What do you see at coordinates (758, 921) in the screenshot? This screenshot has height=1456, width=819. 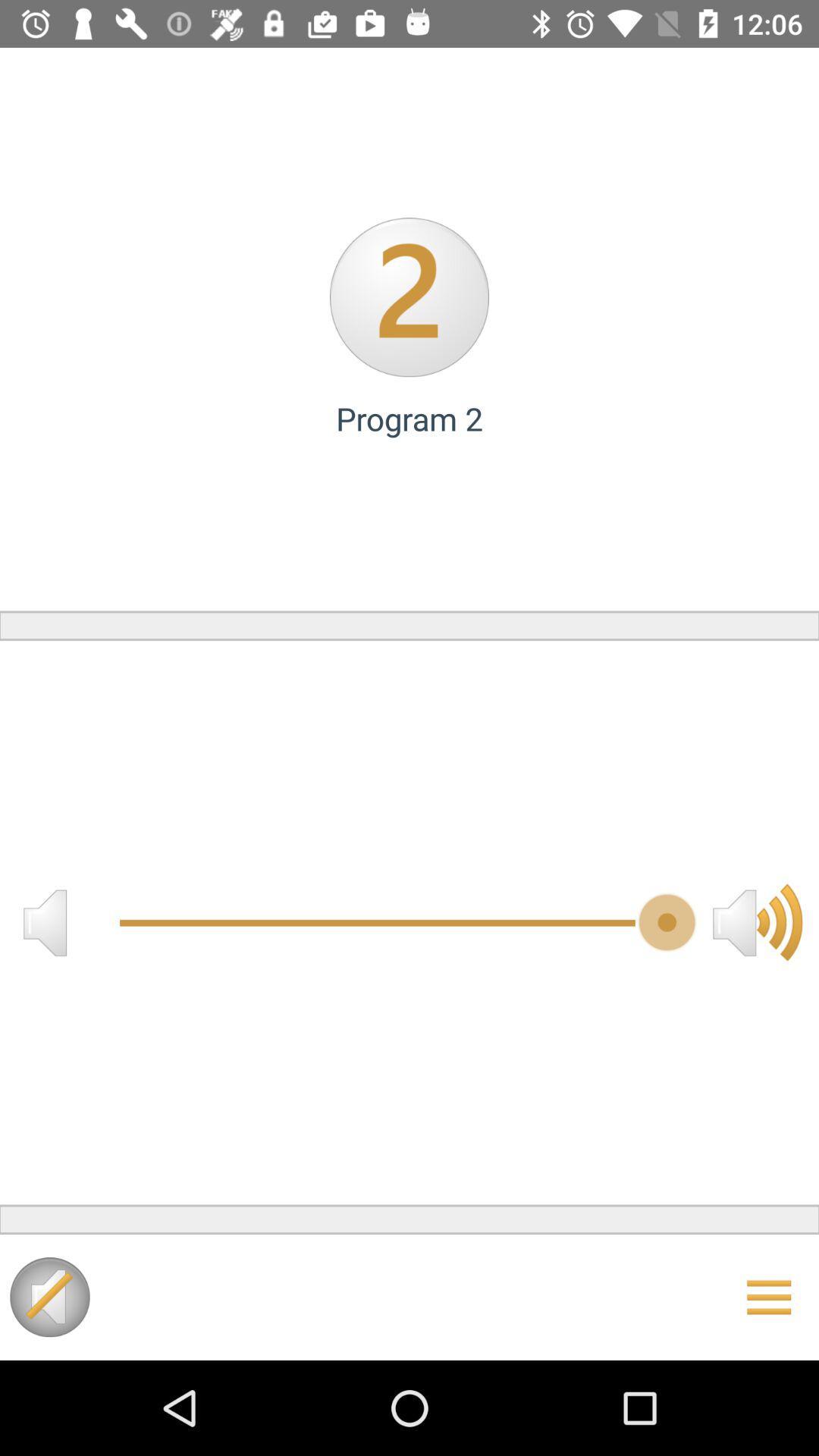 I see `the volume icon` at bounding box center [758, 921].